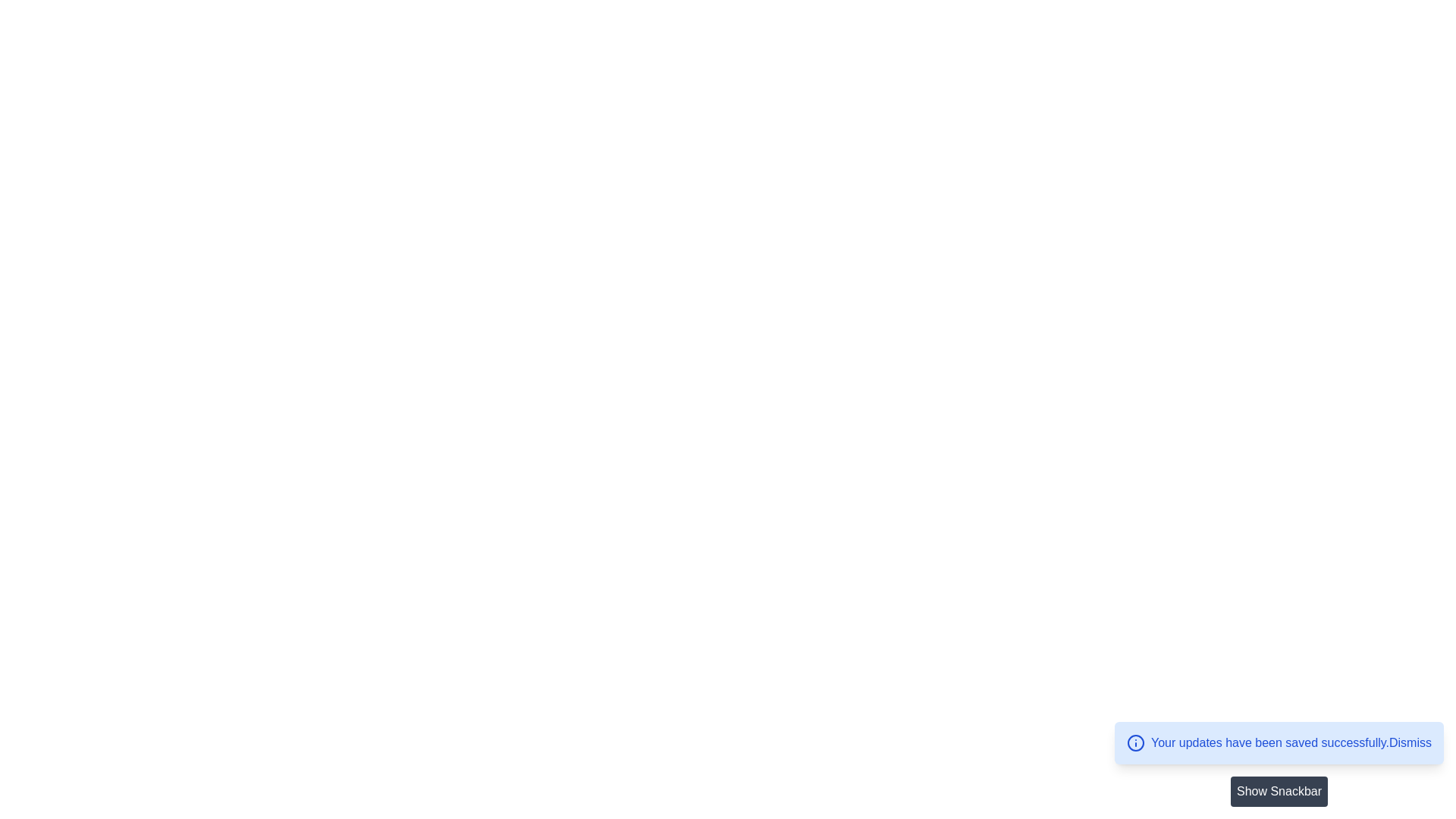 The height and width of the screenshot is (819, 1456). I want to click on the circular information icon with a blue outline located in the bottom-right corner notification banner, so click(1135, 742).